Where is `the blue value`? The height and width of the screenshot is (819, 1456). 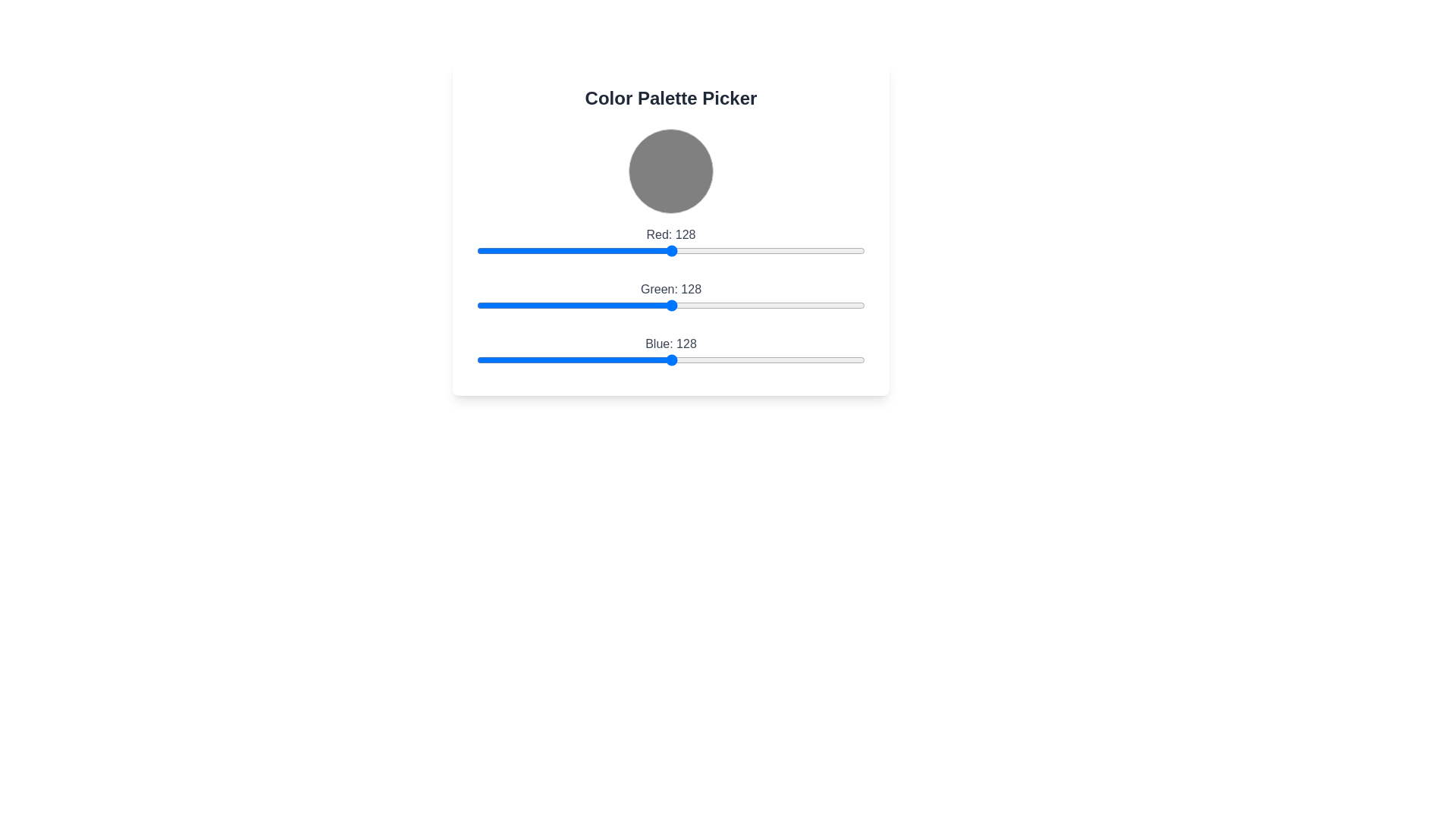 the blue value is located at coordinates (797, 359).